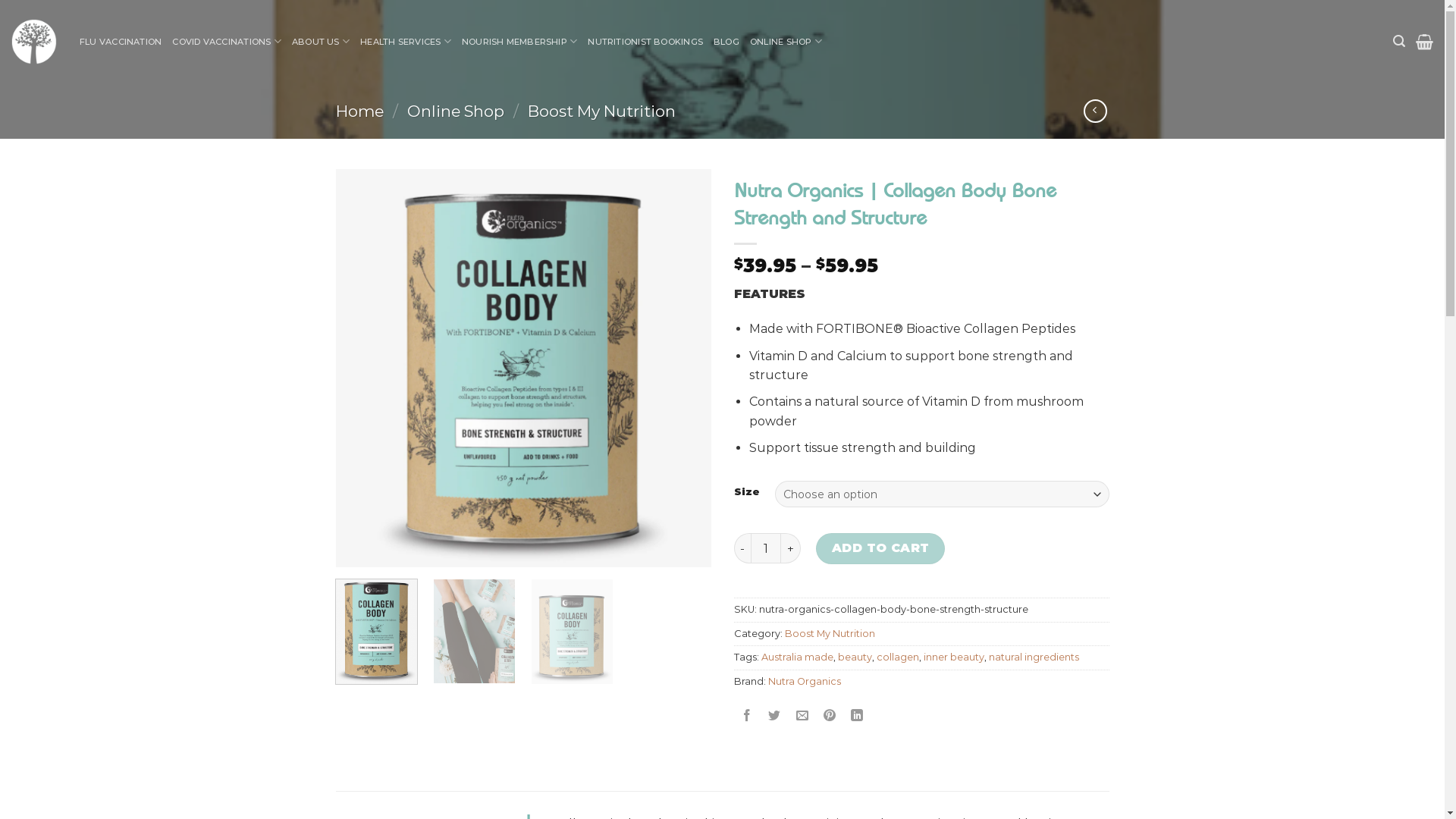 This screenshot has height=819, width=1456. What do you see at coordinates (952, 656) in the screenshot?
I see `'inner beauty'` at bounding box center [952, 656].